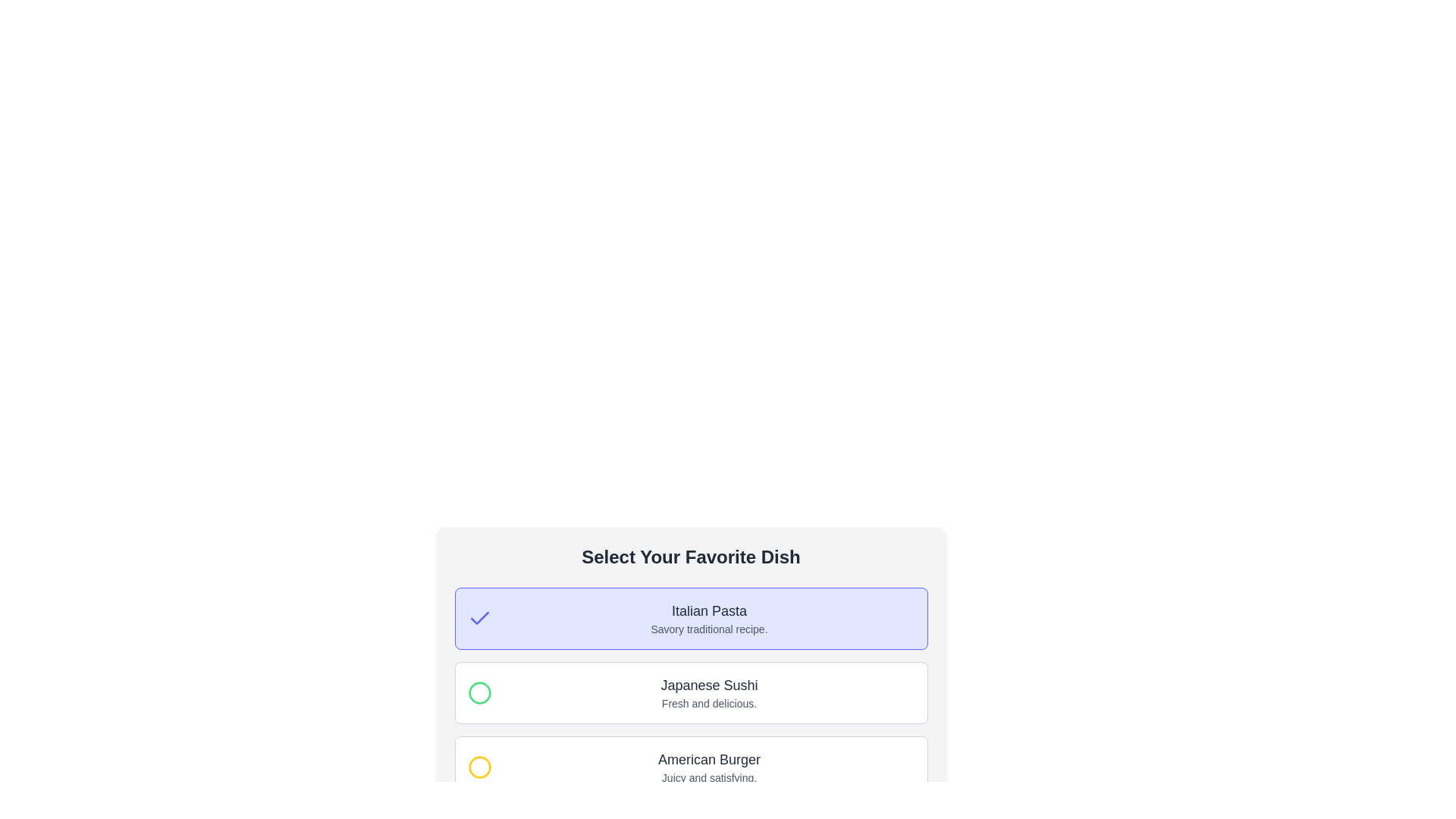  I want to click on the radio button styled with a circular outline, so click(479, 693).